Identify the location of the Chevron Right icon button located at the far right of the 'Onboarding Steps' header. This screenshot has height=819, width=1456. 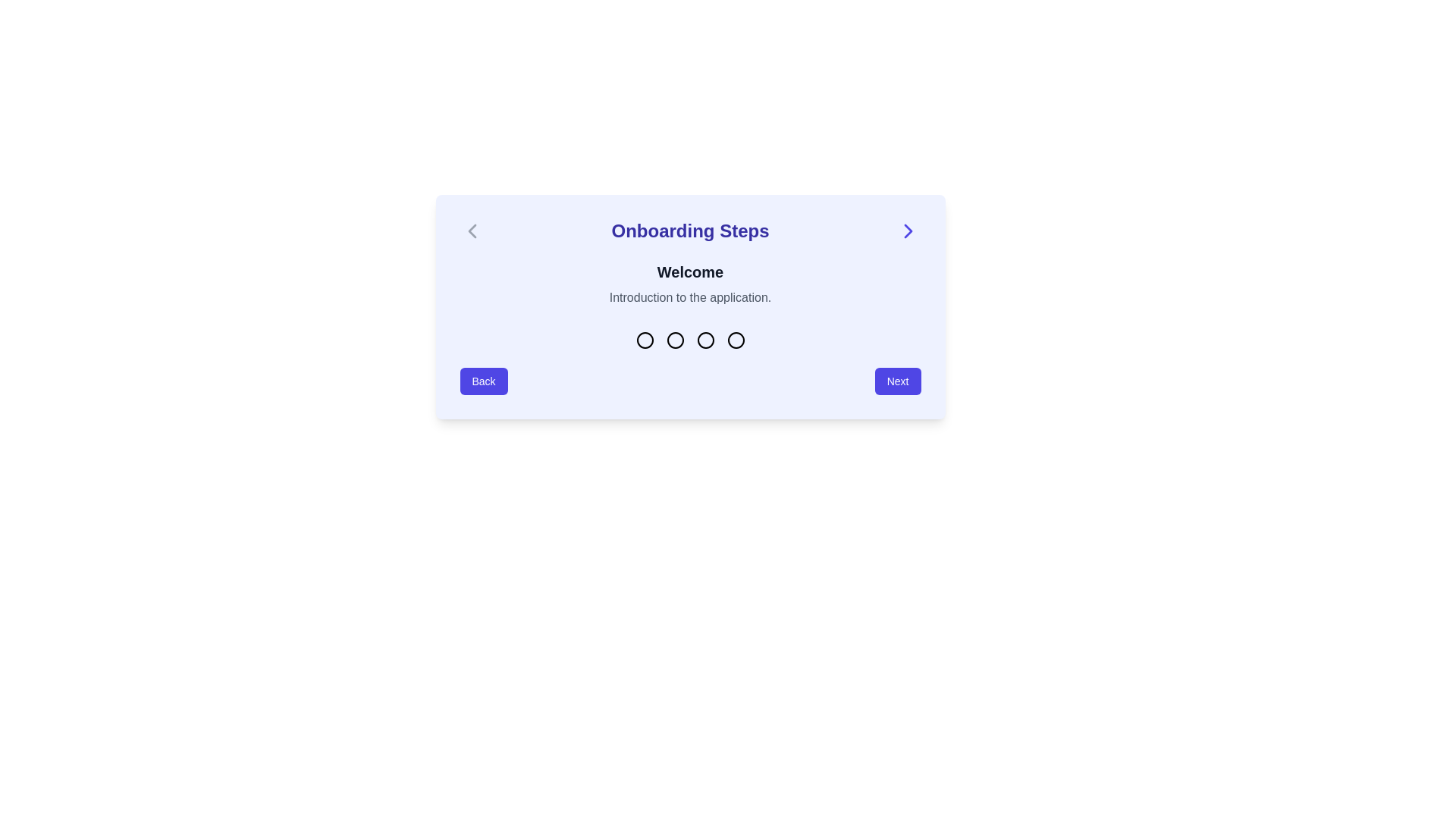
(908, 231).